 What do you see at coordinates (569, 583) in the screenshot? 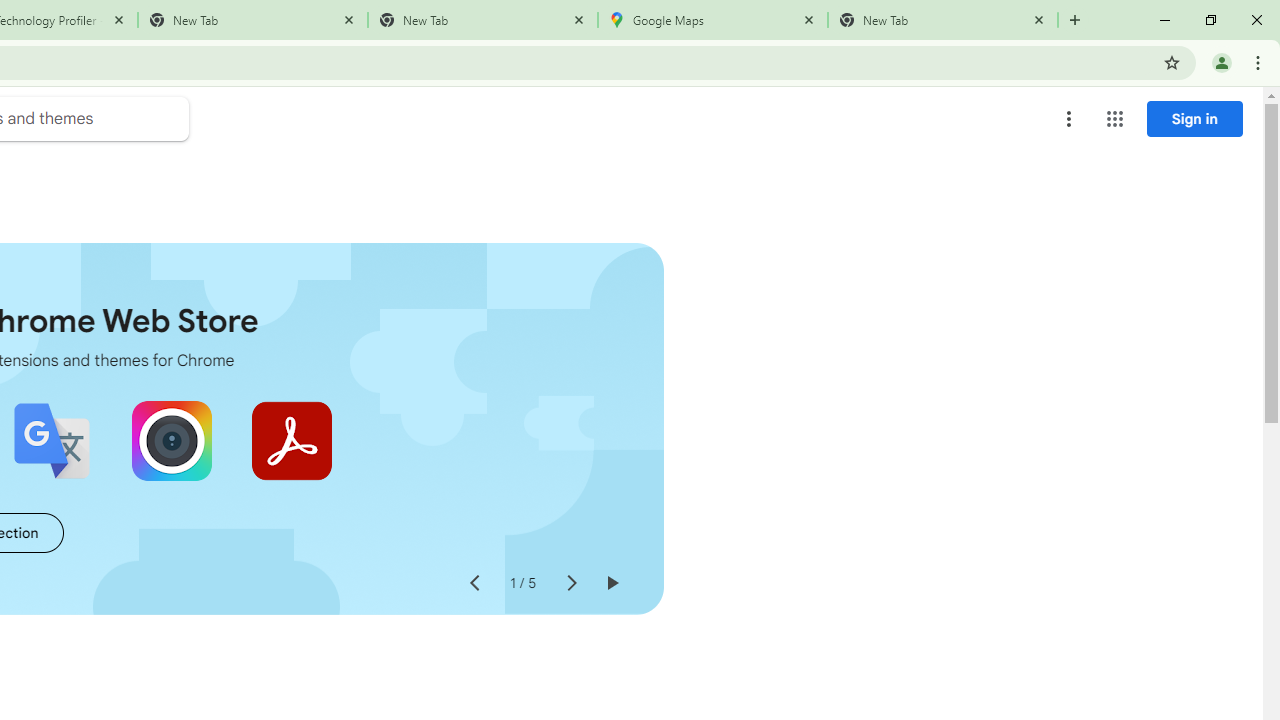
I see `'Next slide'` at bounding box center [569, 583].